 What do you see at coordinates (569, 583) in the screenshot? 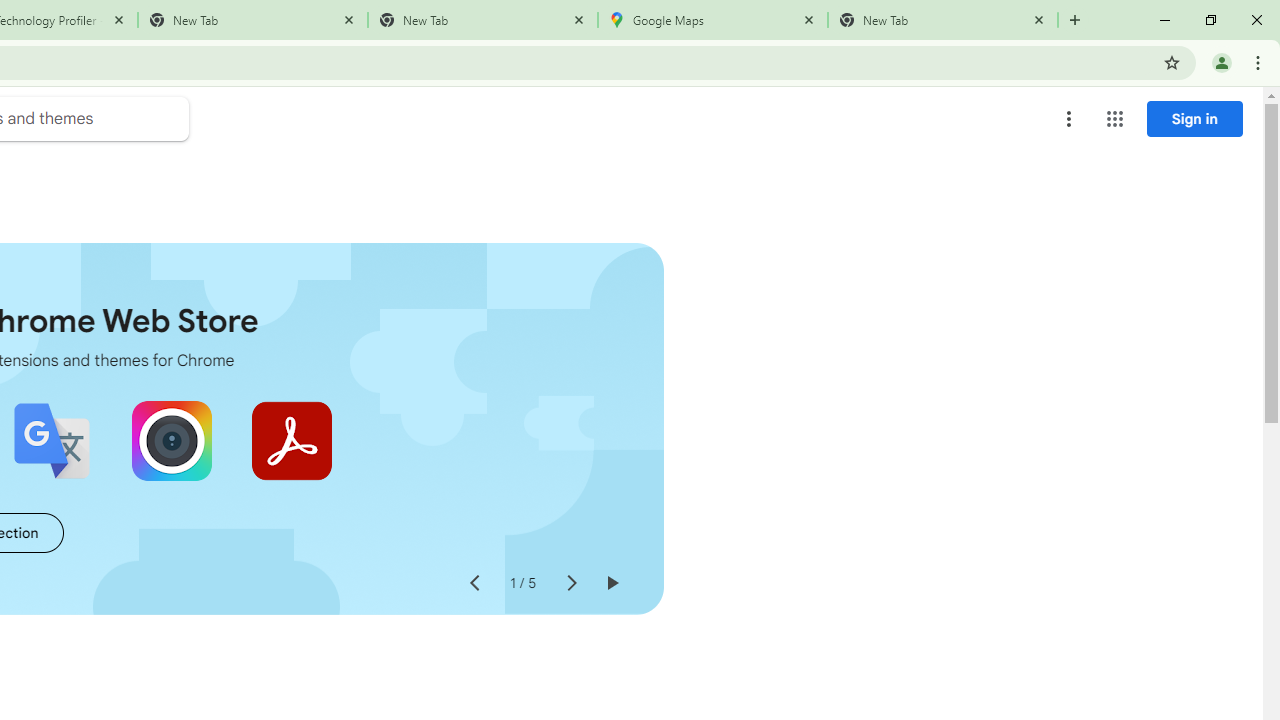
I see `'Next slide'` at bounding box center [569, 583].